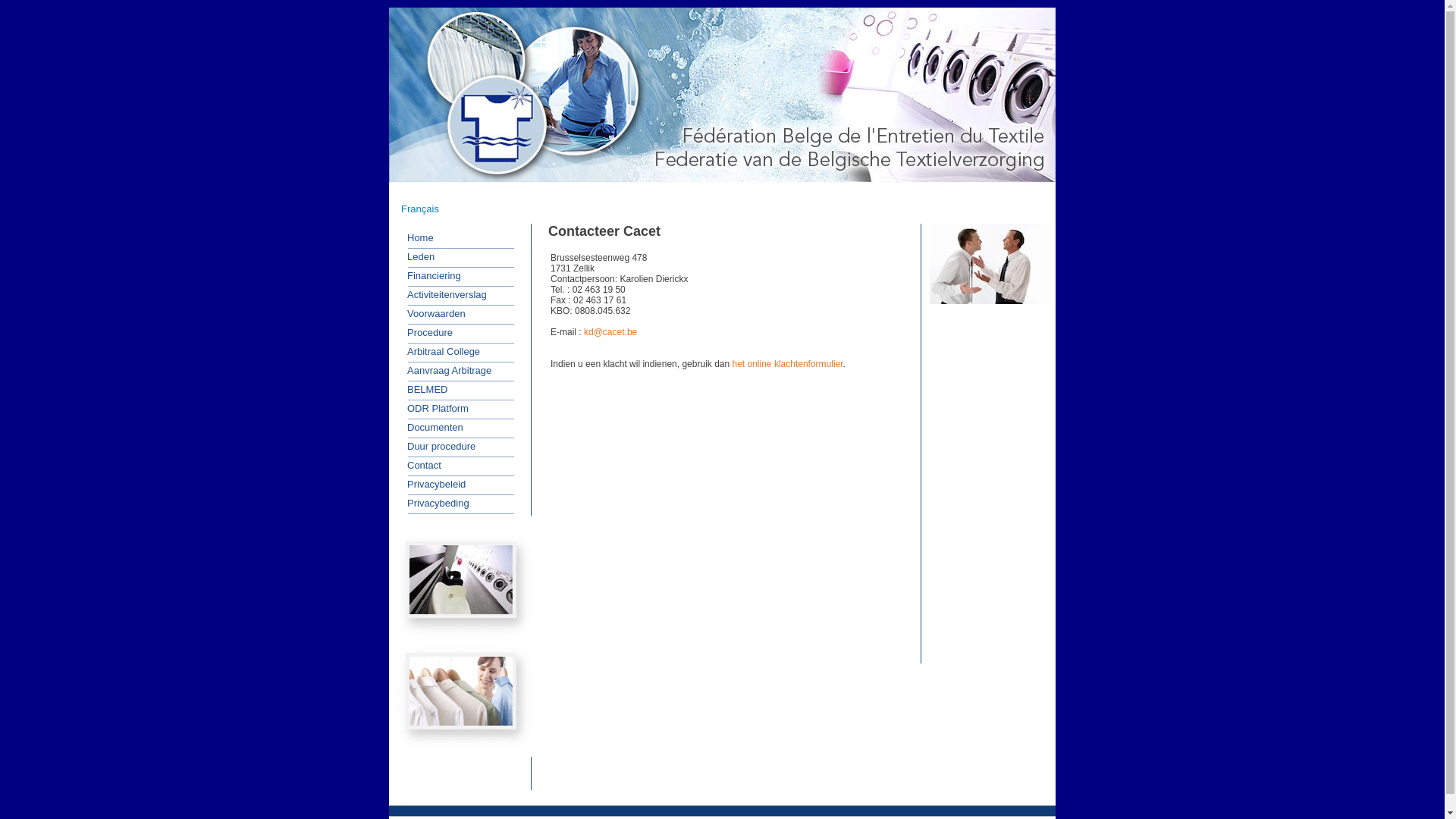  I want to click on 'Documenten', so click(428, 427).